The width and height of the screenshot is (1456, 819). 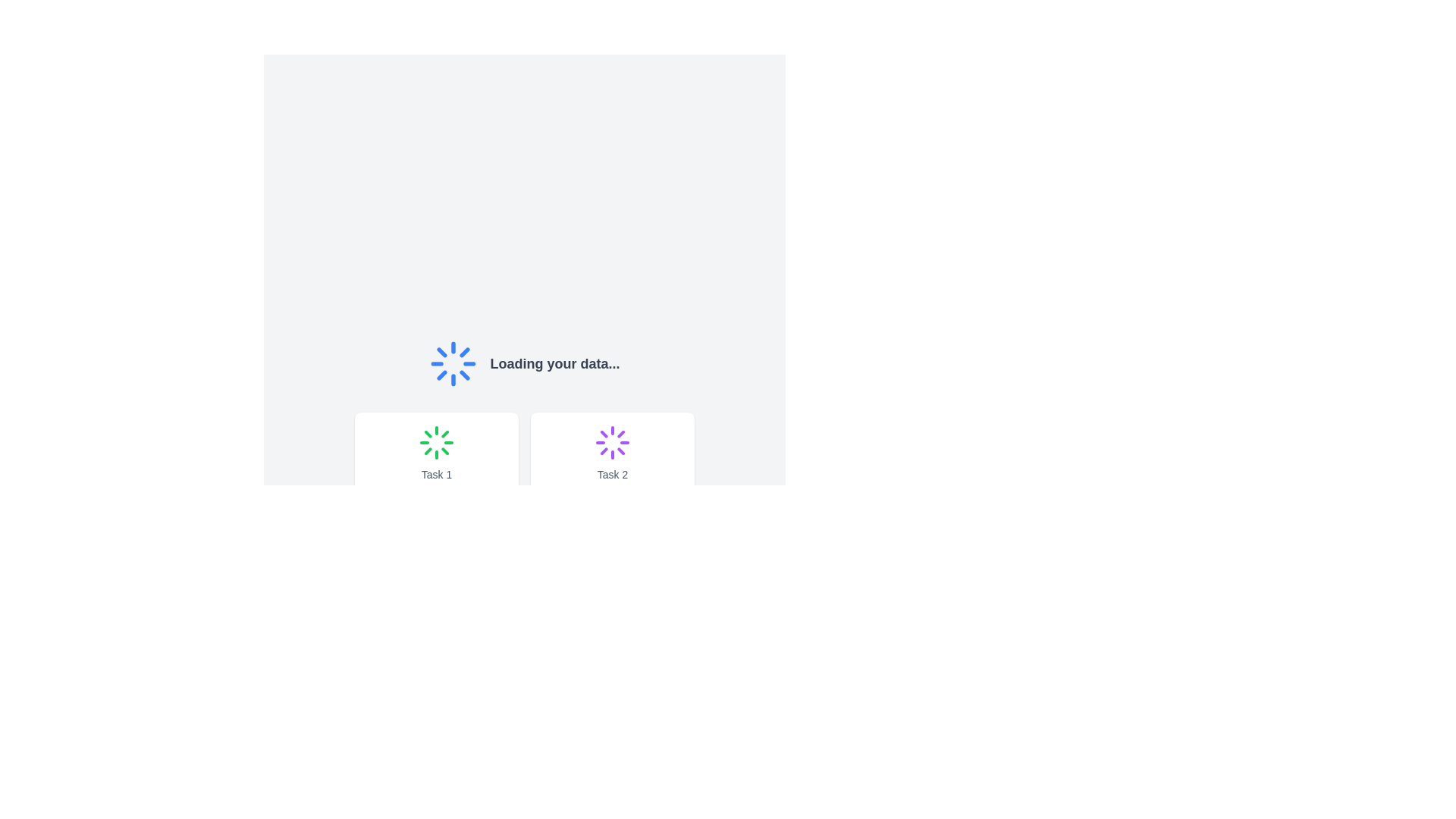 I want to click on the blue circular loading spinner icon that indicates a loading animation, which is positioned above the text 'Loading your data...', so click(x=453, y=363).